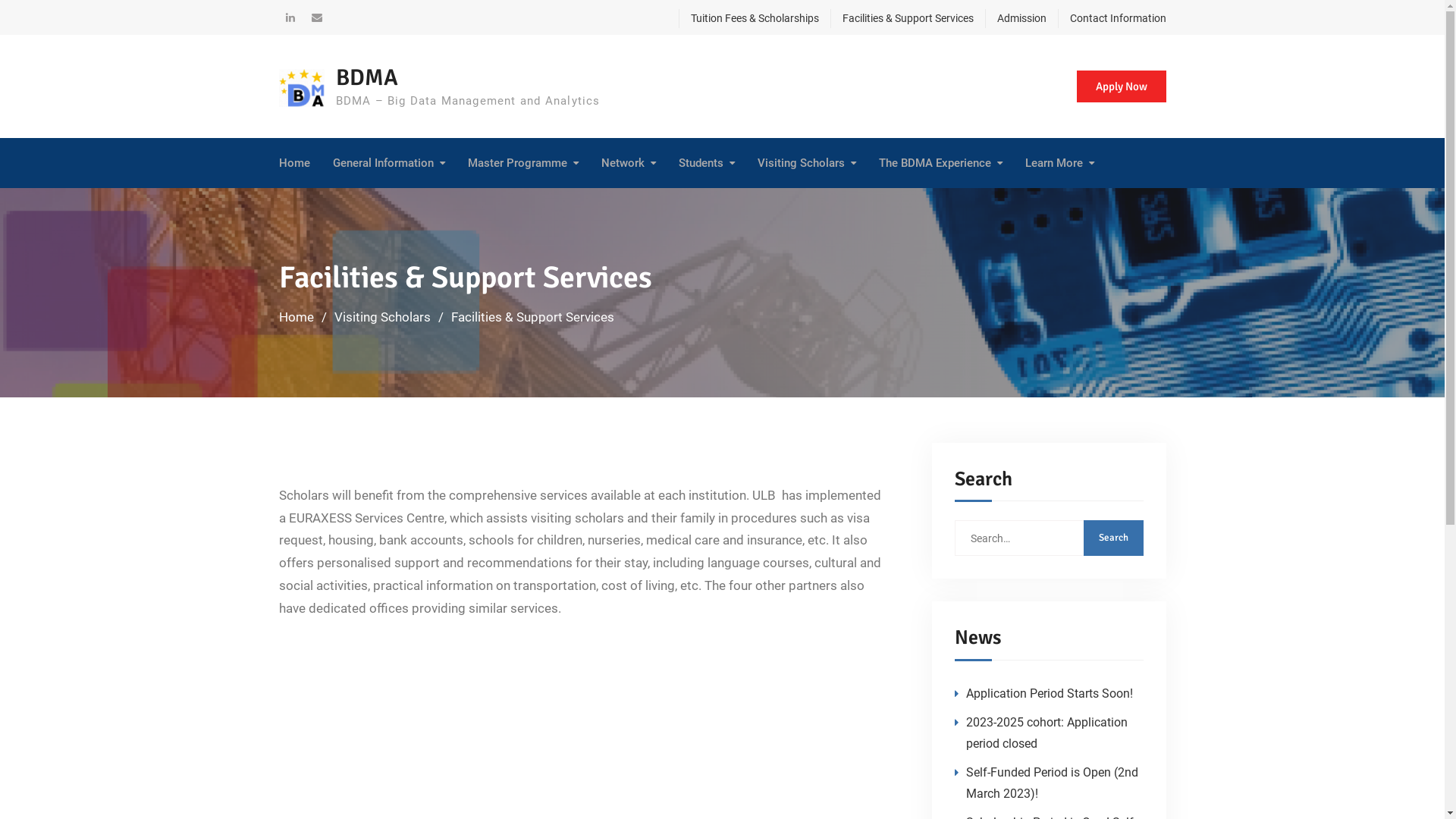  Describe the element at coordinates (1025, 163) in the screenshot. I see `'Learn More'` at that location.